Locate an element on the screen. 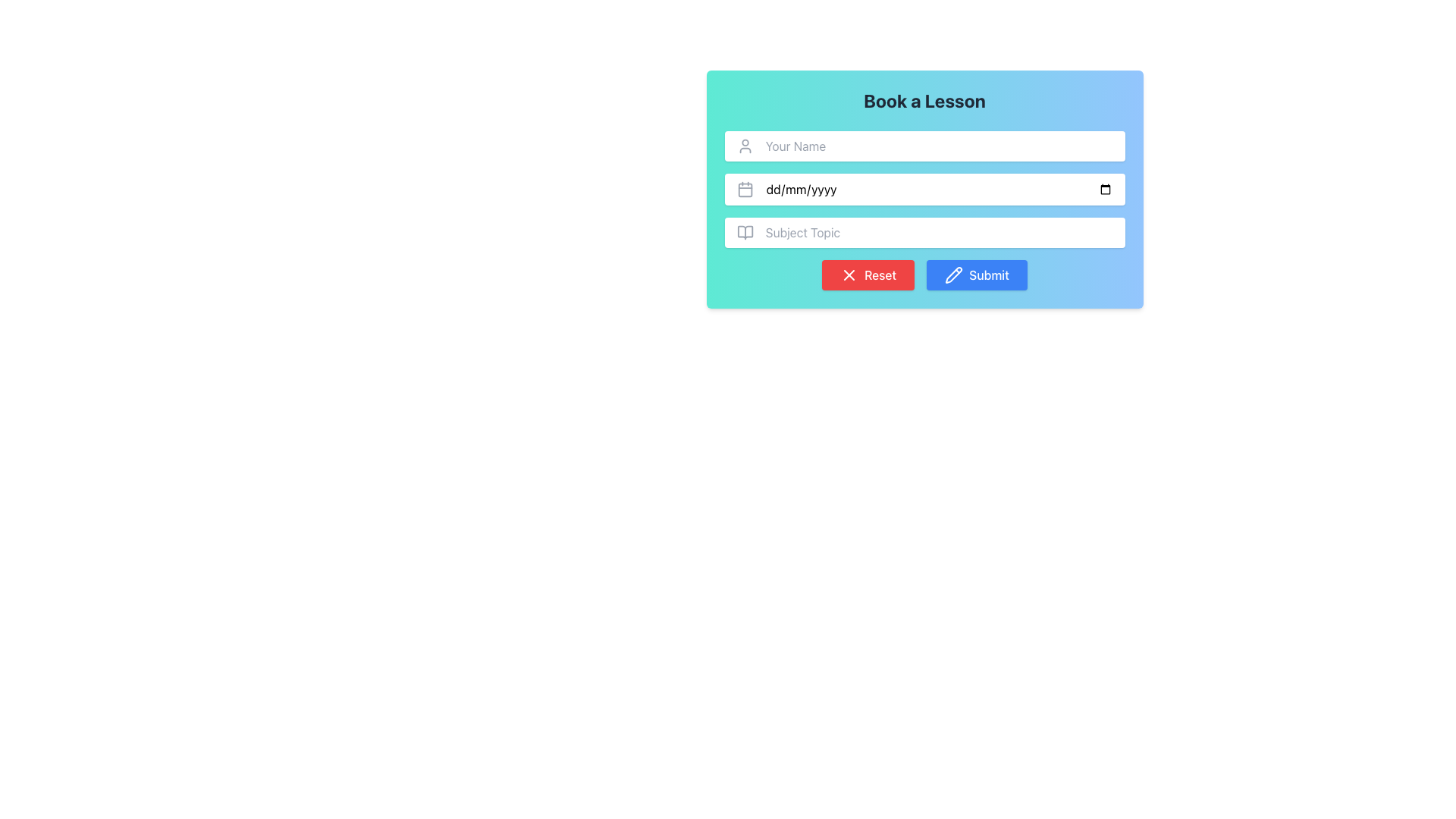 This screenshot has height=819, width=1456. the stylized book icon located to the left of the 'Subject Topic' text input field in the lesson booking form is located at coordinates (745, 233).